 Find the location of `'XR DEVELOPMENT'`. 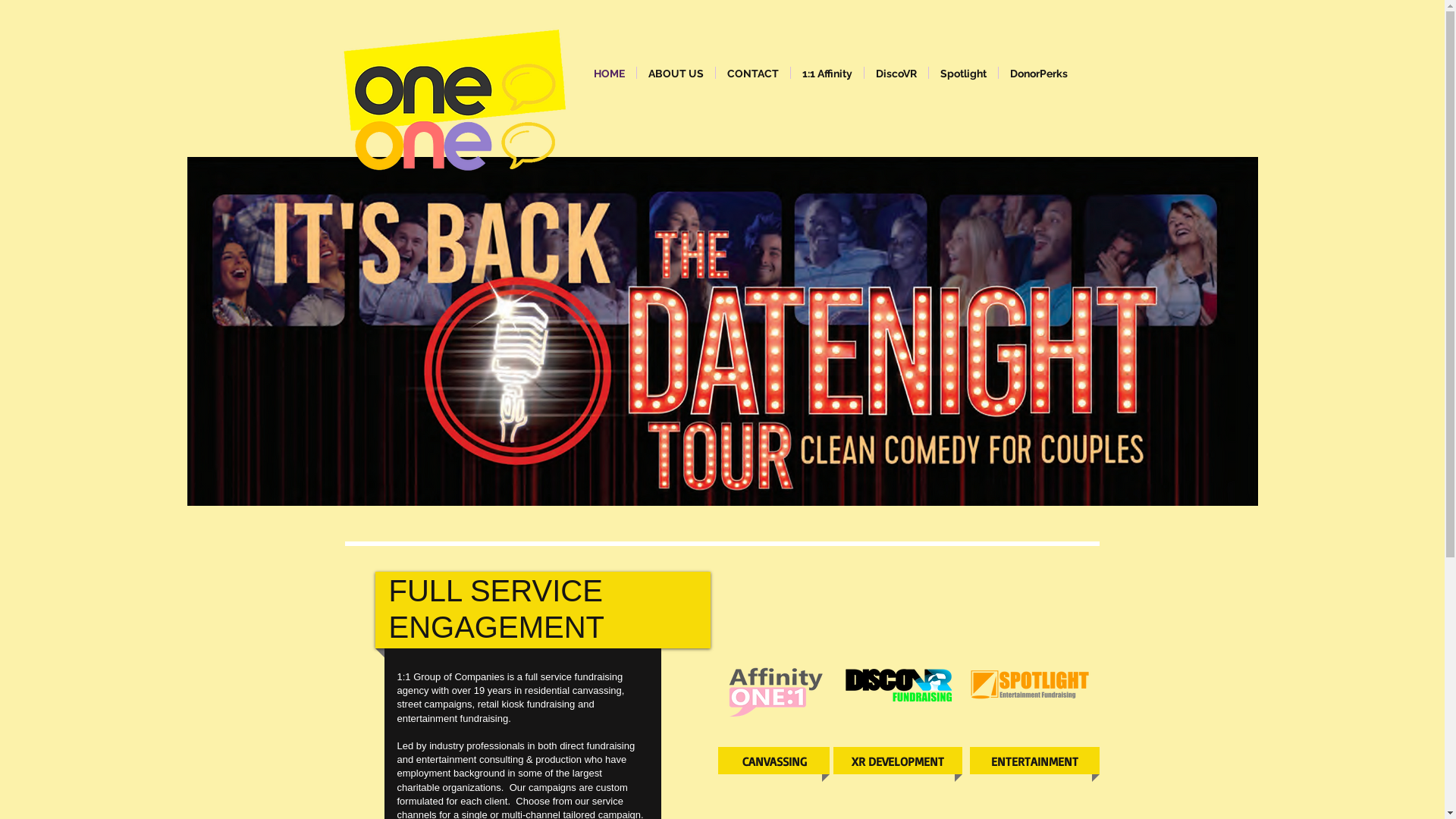

'XR DEVELOPMENT' is located at coordinates (898, 761).